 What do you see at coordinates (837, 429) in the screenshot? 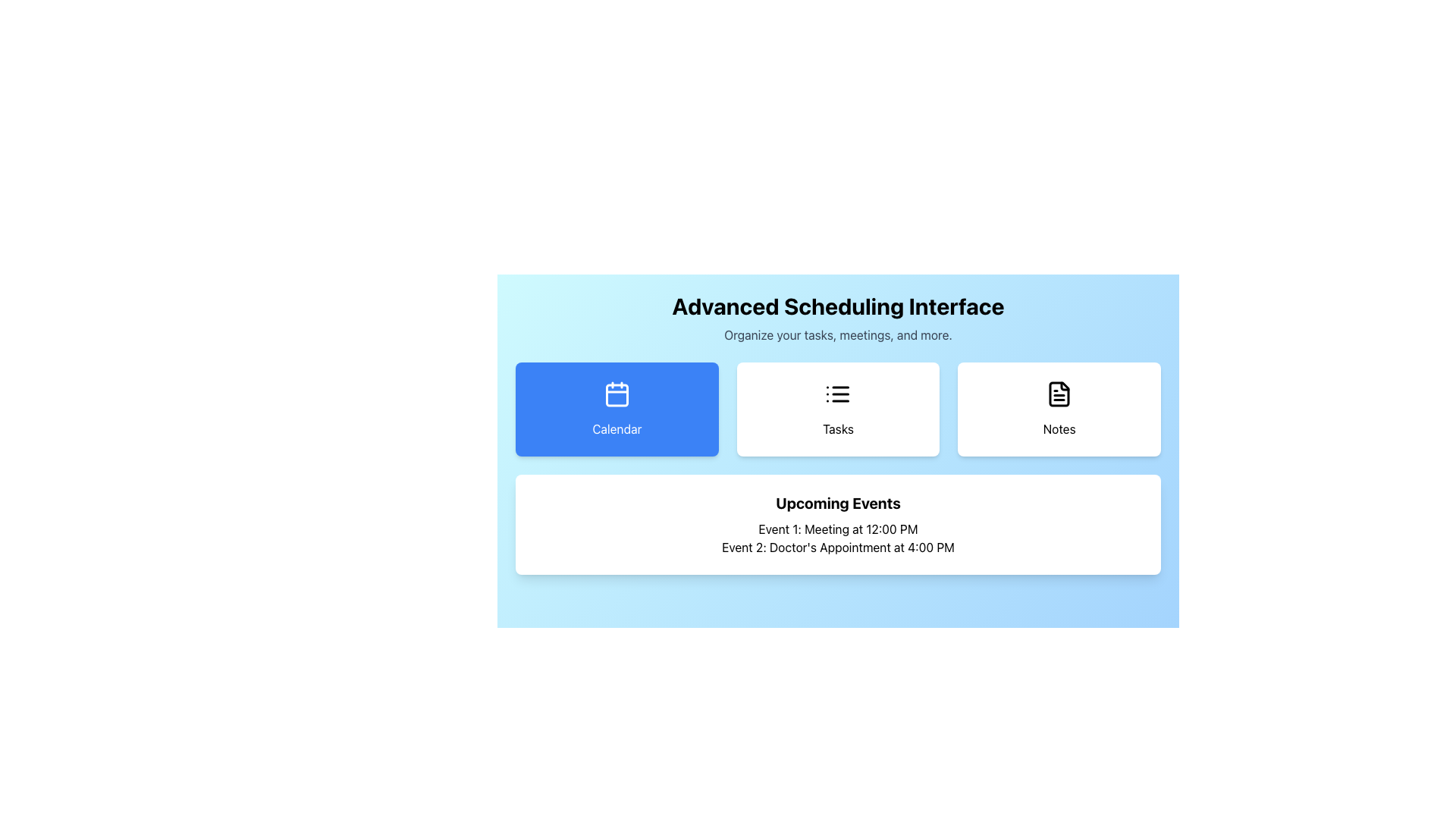
I see `the 'Tasks' text label, which is styled in bold and located below a list icon within a white, shadowed rectangular card` at bounding box center [837, 429].